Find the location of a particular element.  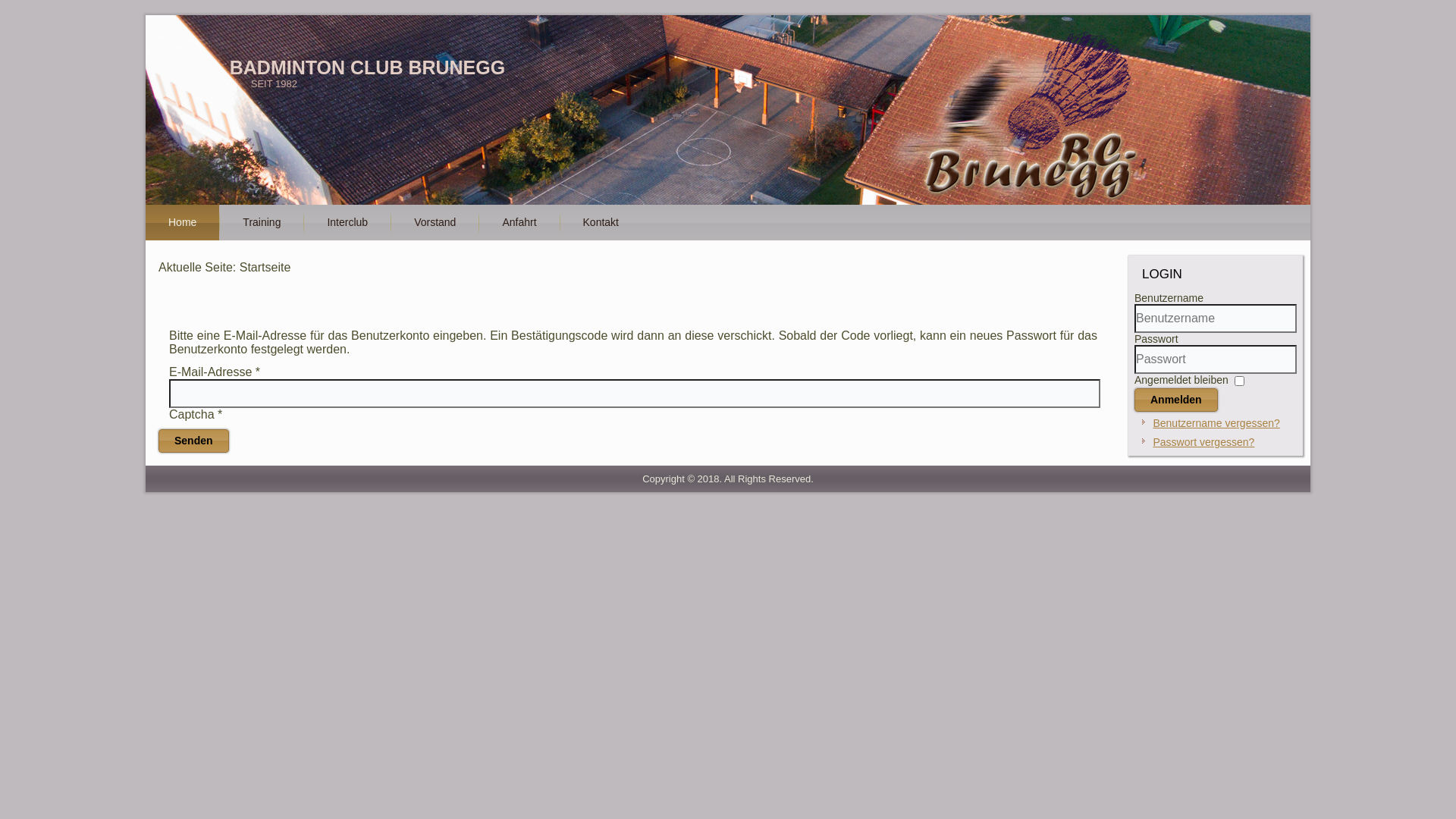

'Benutzername vergessen?' is located at coordinates (1153, 423).